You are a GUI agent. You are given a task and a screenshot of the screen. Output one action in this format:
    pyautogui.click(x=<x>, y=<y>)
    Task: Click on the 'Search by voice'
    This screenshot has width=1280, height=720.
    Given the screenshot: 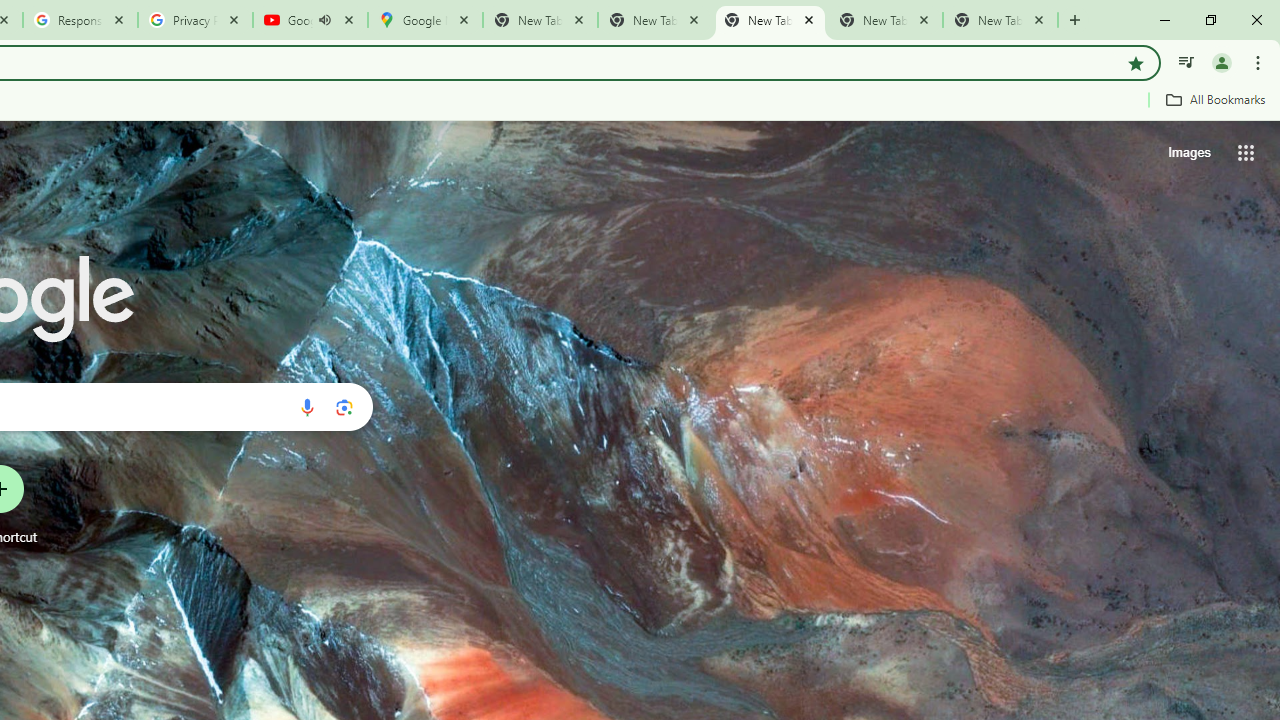 What is the action you would take?
    pyautogui.click(x=306, y=406)
    